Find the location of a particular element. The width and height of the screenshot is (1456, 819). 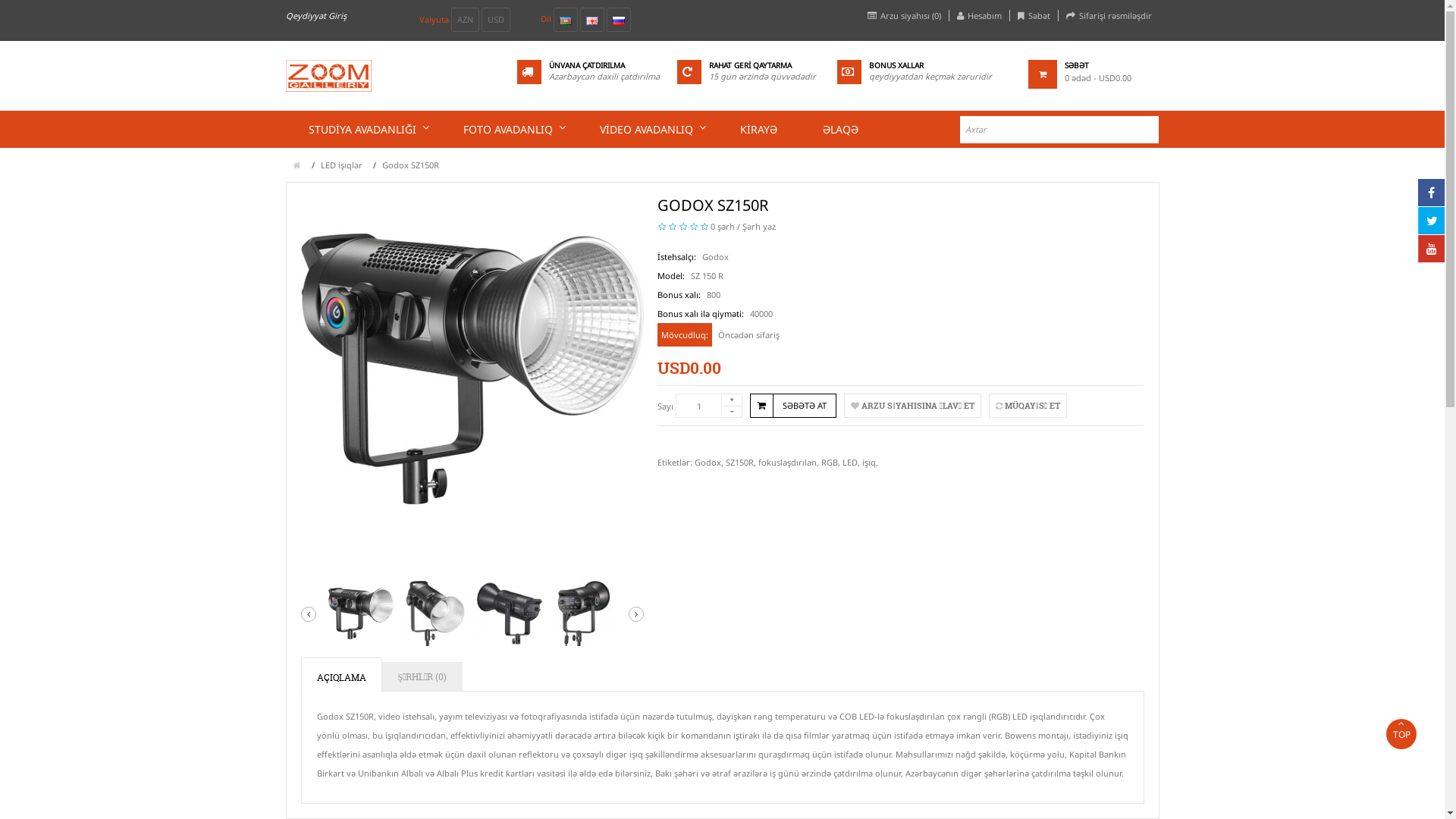

'USD' is located at coordinates (494, 20).